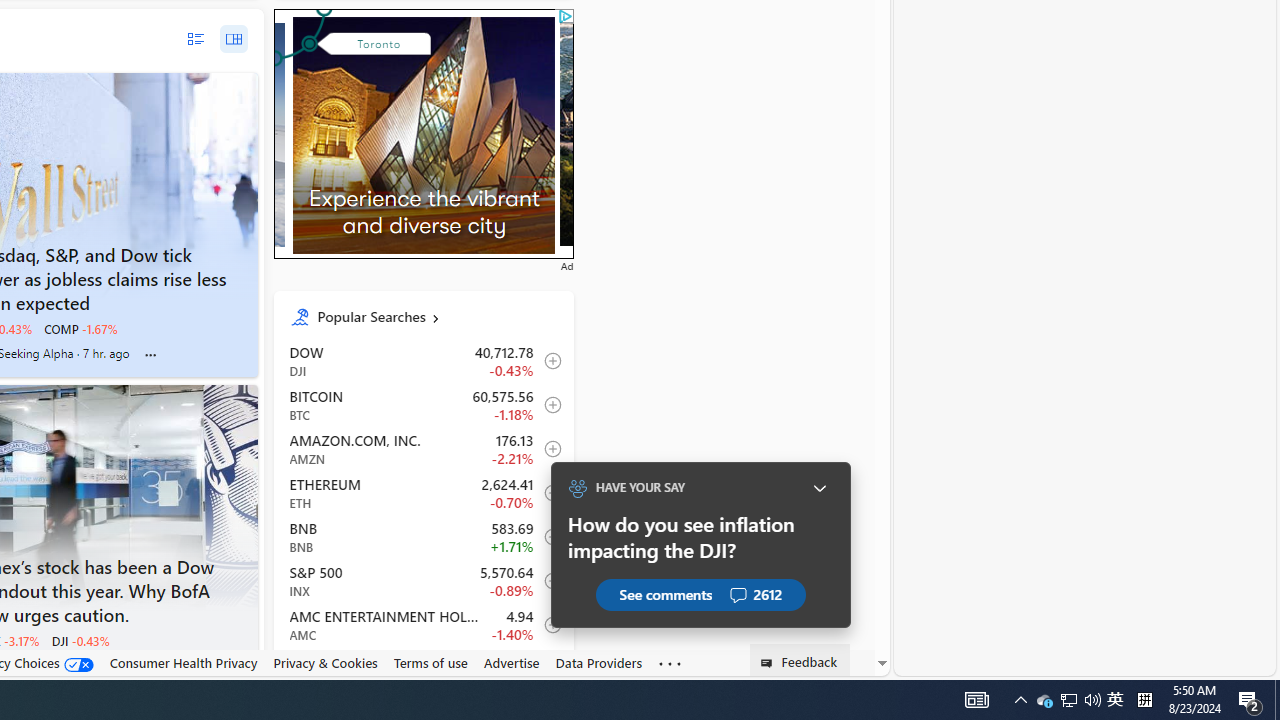 The image size is (1280, 720). I want to click on 'BTC Bitcoin decrease 60,575.56 -716.61 -1.18% itemundefined', so click(422, 405).